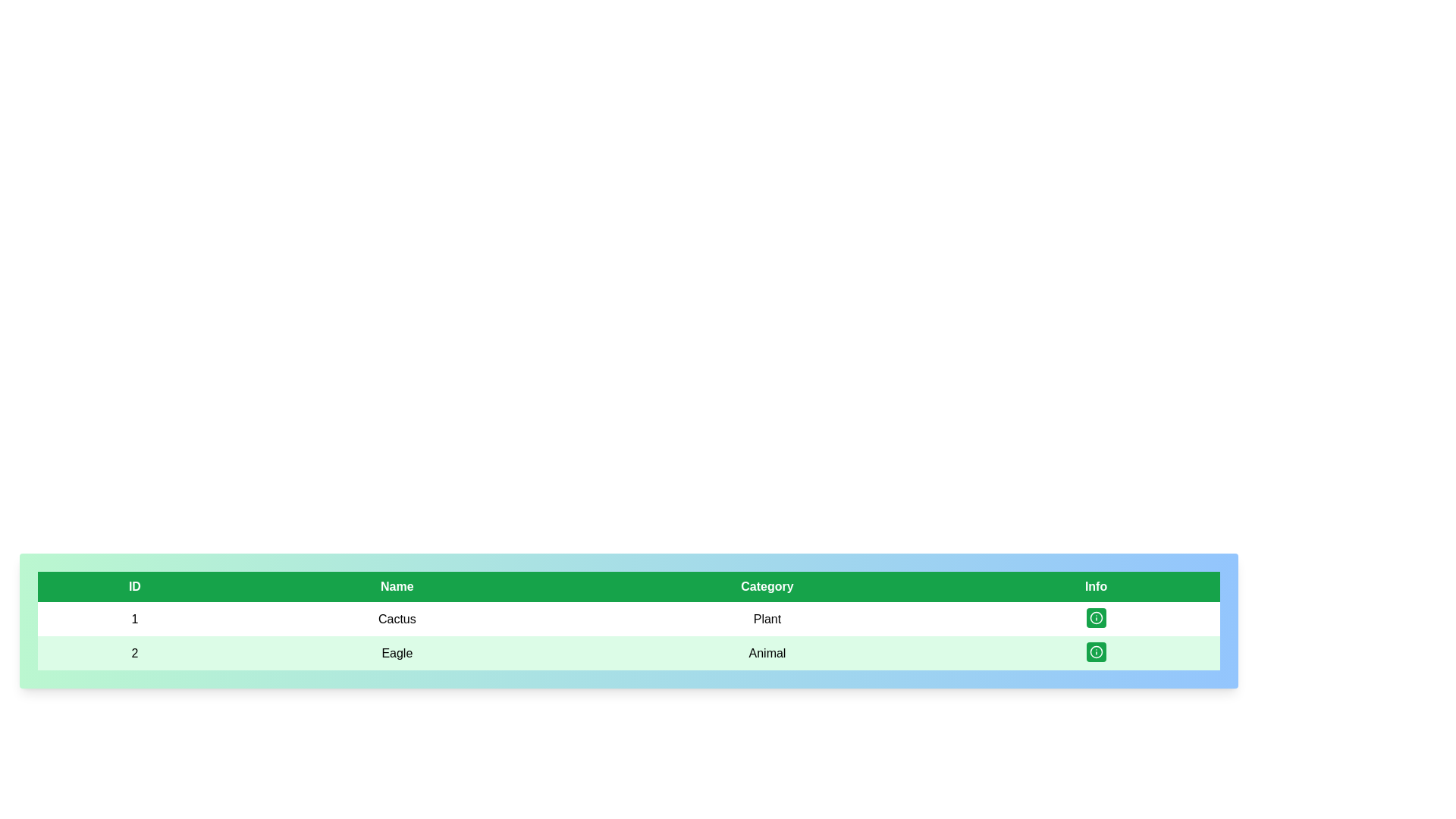 The width and height of the screenshot is (1456, 819). Describe the element at coordinates (1096, 617) in the screenshot. I see `the rounded green button with a white outline and a centered white circular icon located in the last column titled 'Info' of the first data row in the table` at that location.